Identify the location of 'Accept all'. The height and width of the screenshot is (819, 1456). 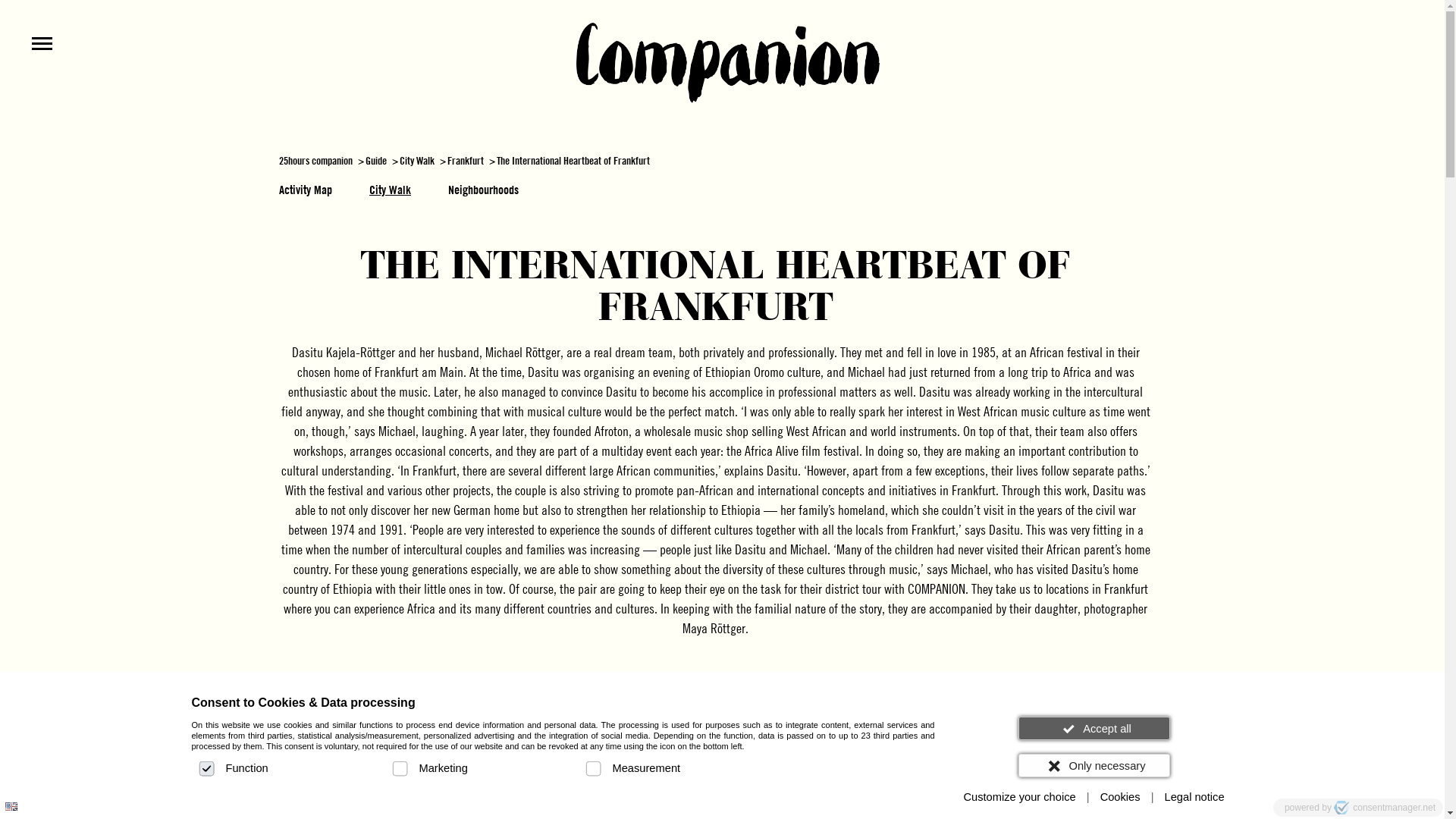
(1018, 727).